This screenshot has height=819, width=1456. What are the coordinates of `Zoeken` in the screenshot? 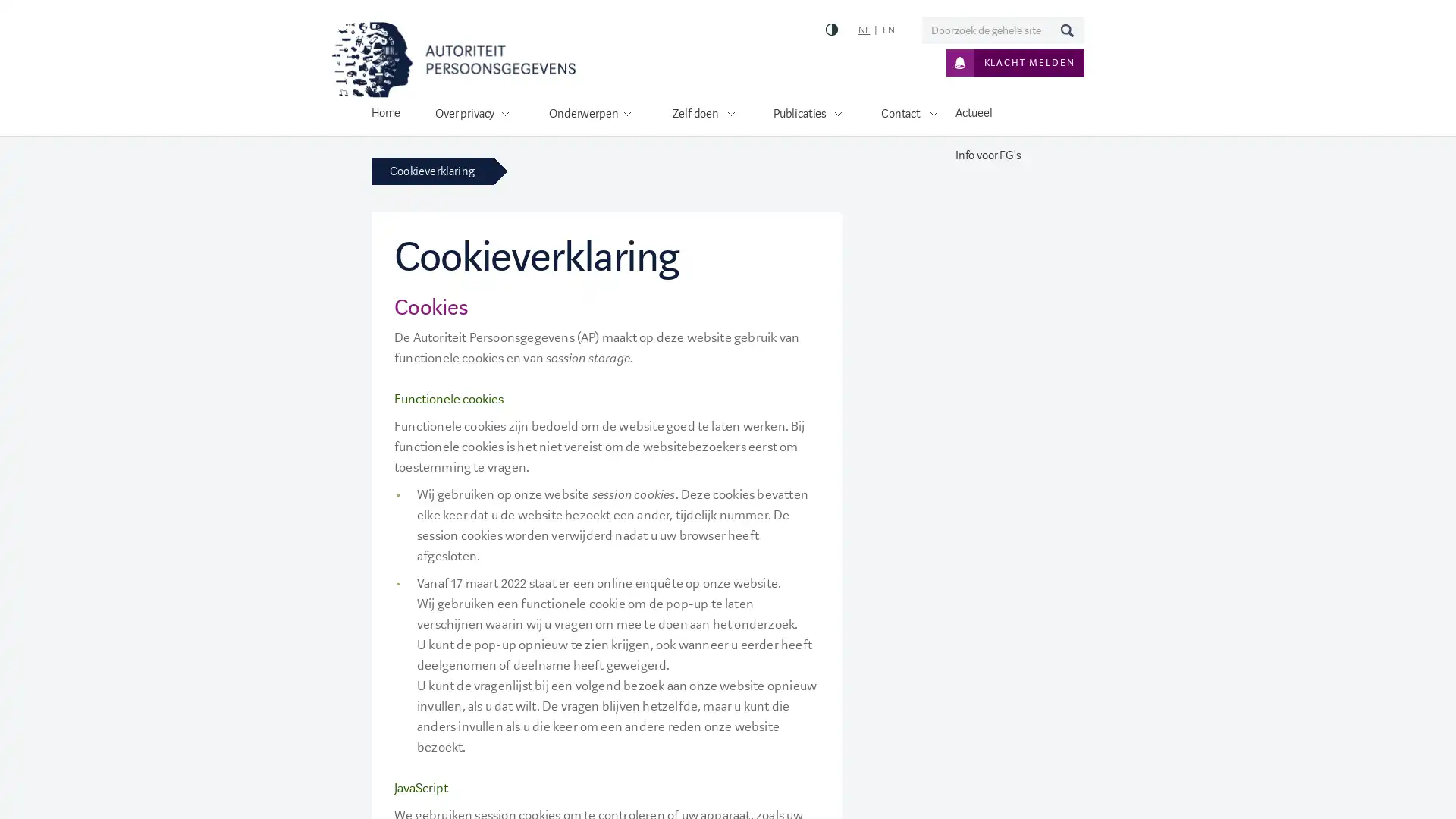 It's located at (1065, 30).